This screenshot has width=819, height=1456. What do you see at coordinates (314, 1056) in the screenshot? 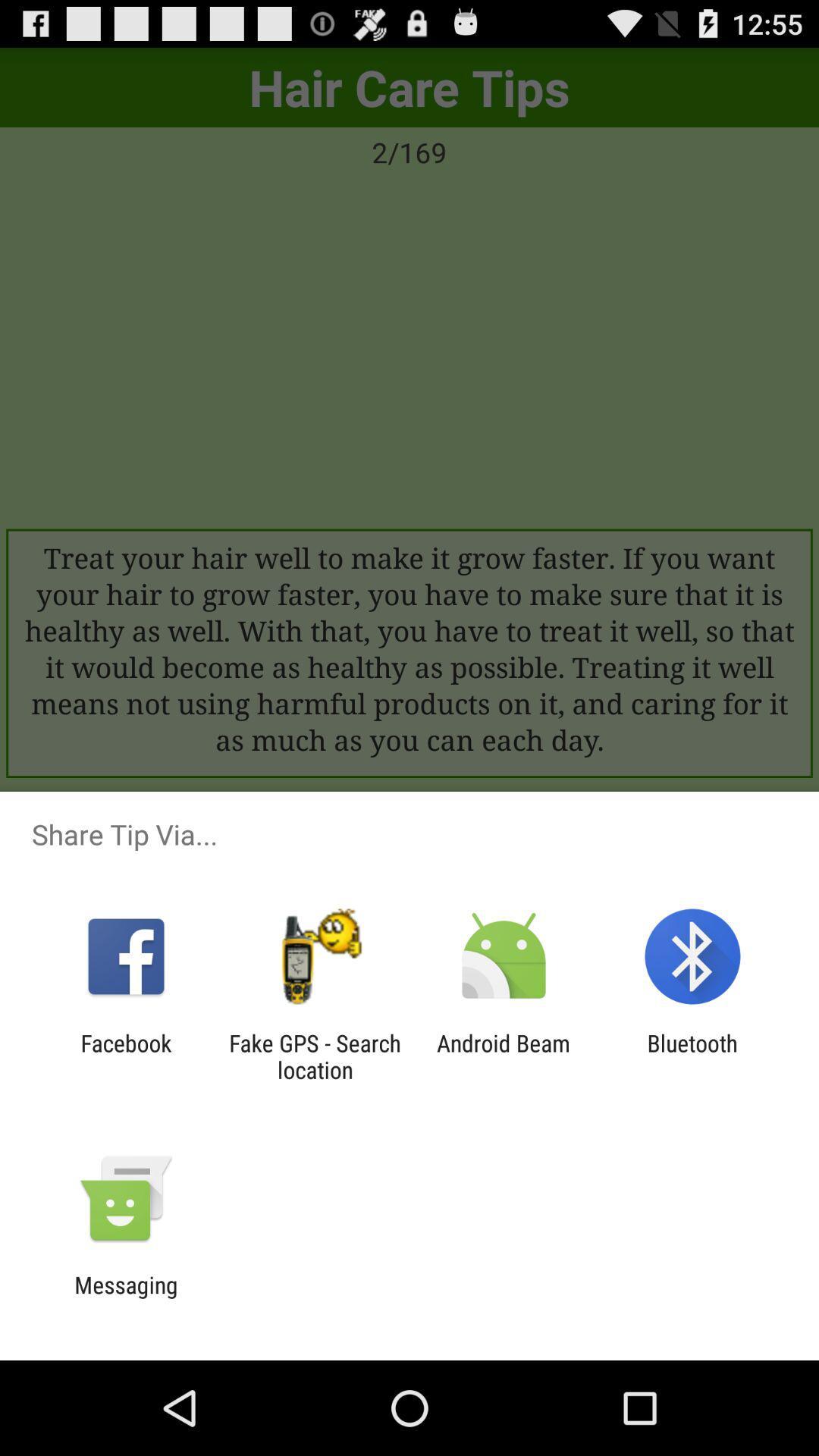
I see `app next to the android beam icon` at bounding box center [314, 1056].